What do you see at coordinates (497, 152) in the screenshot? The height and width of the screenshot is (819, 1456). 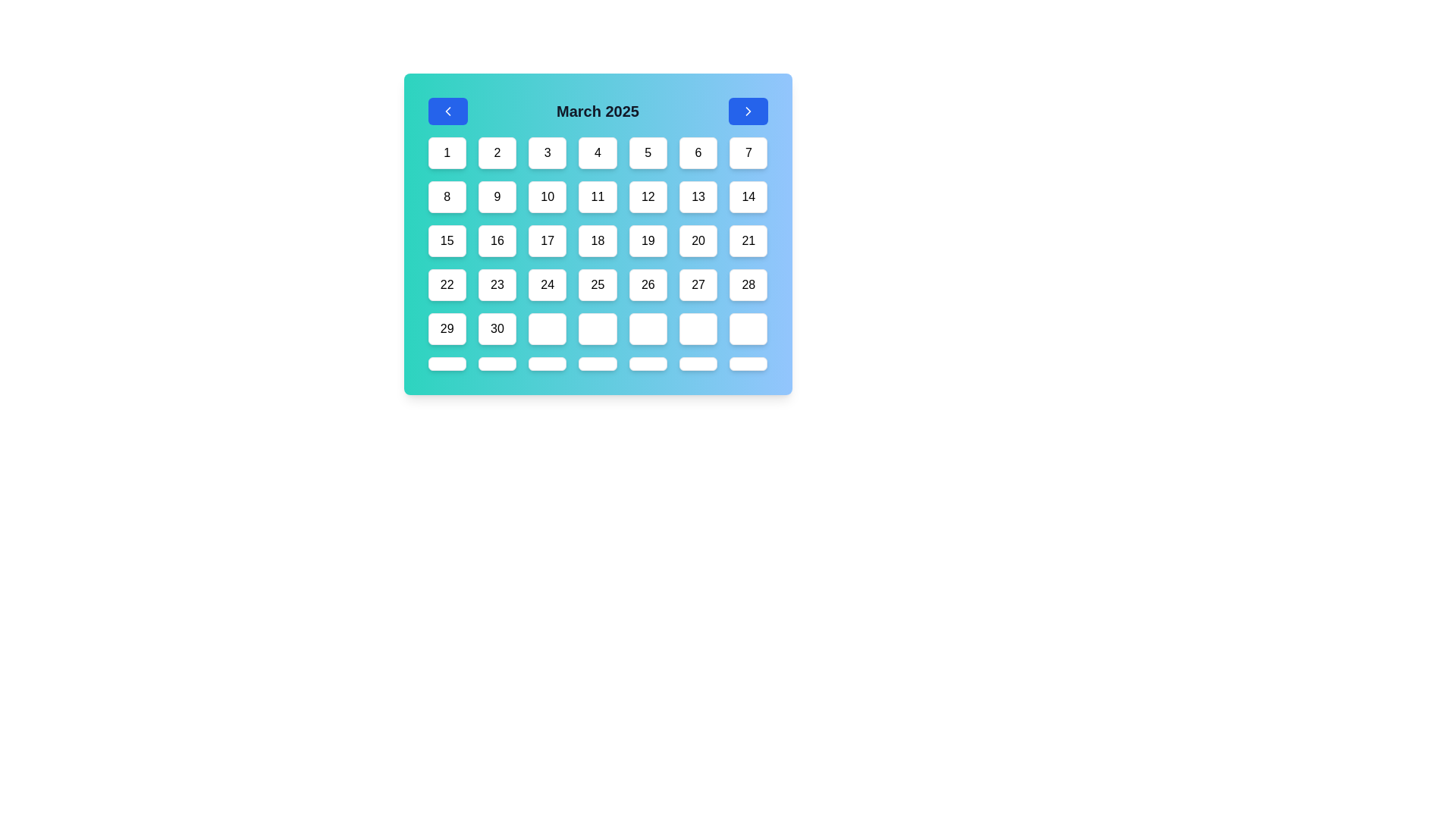 I see `the Calendar date cell containing the number '2', which is the second cell in the first row of the calendar grid` at bounding box center [497, 152].